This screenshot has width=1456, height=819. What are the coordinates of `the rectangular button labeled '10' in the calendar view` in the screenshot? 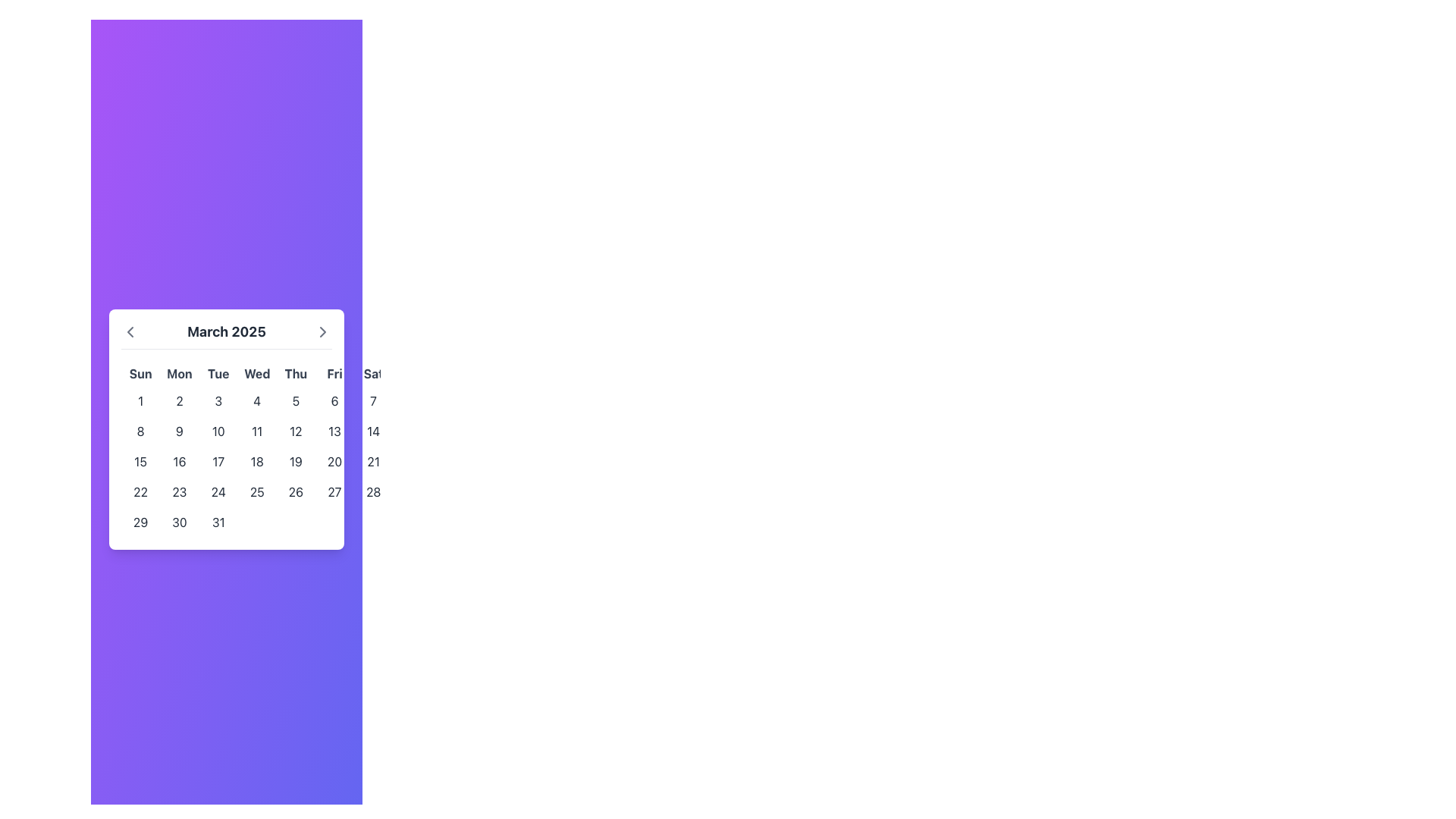 It's located at (218, 431).